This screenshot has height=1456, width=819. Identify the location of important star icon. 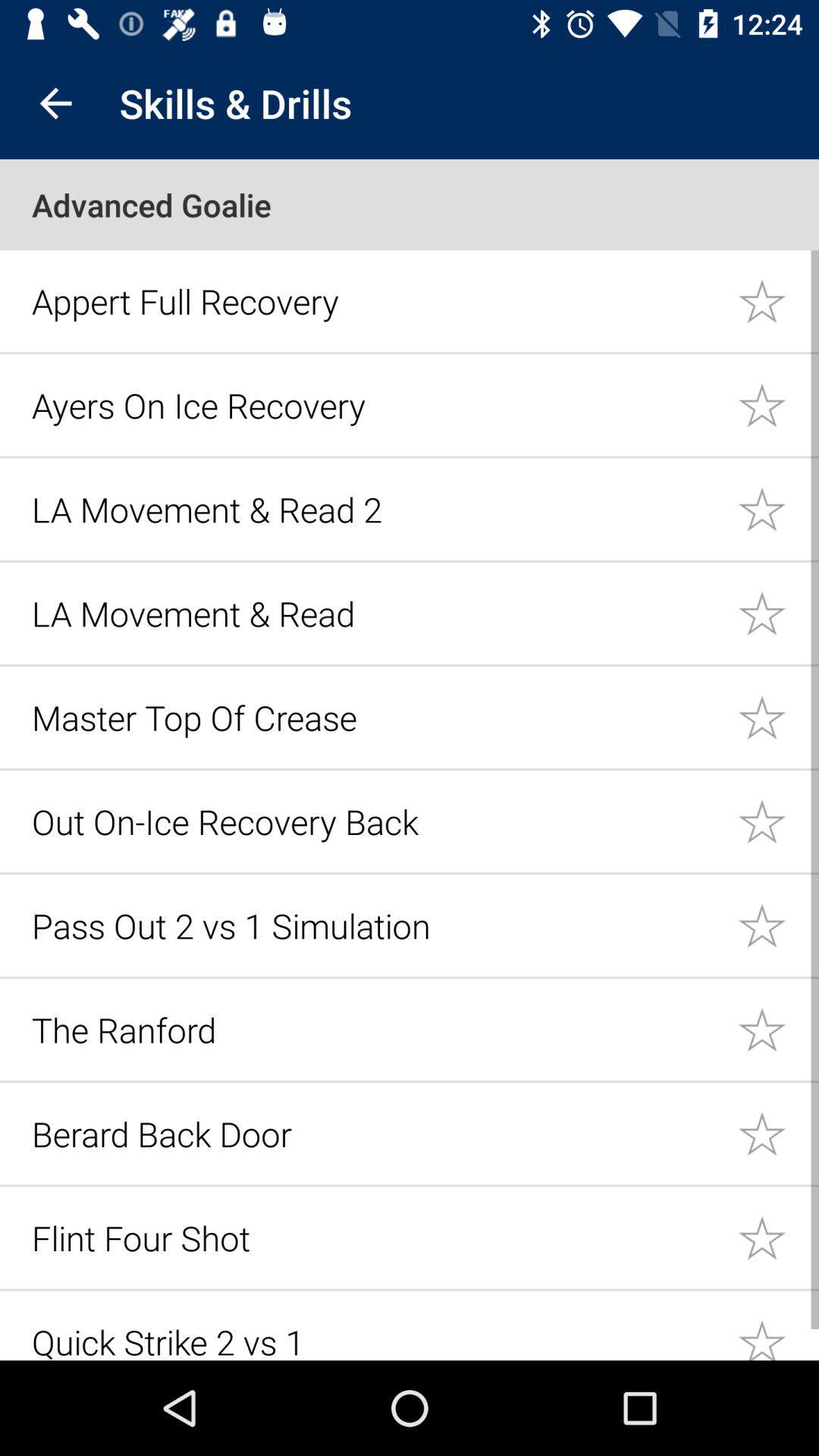
(778, 509).